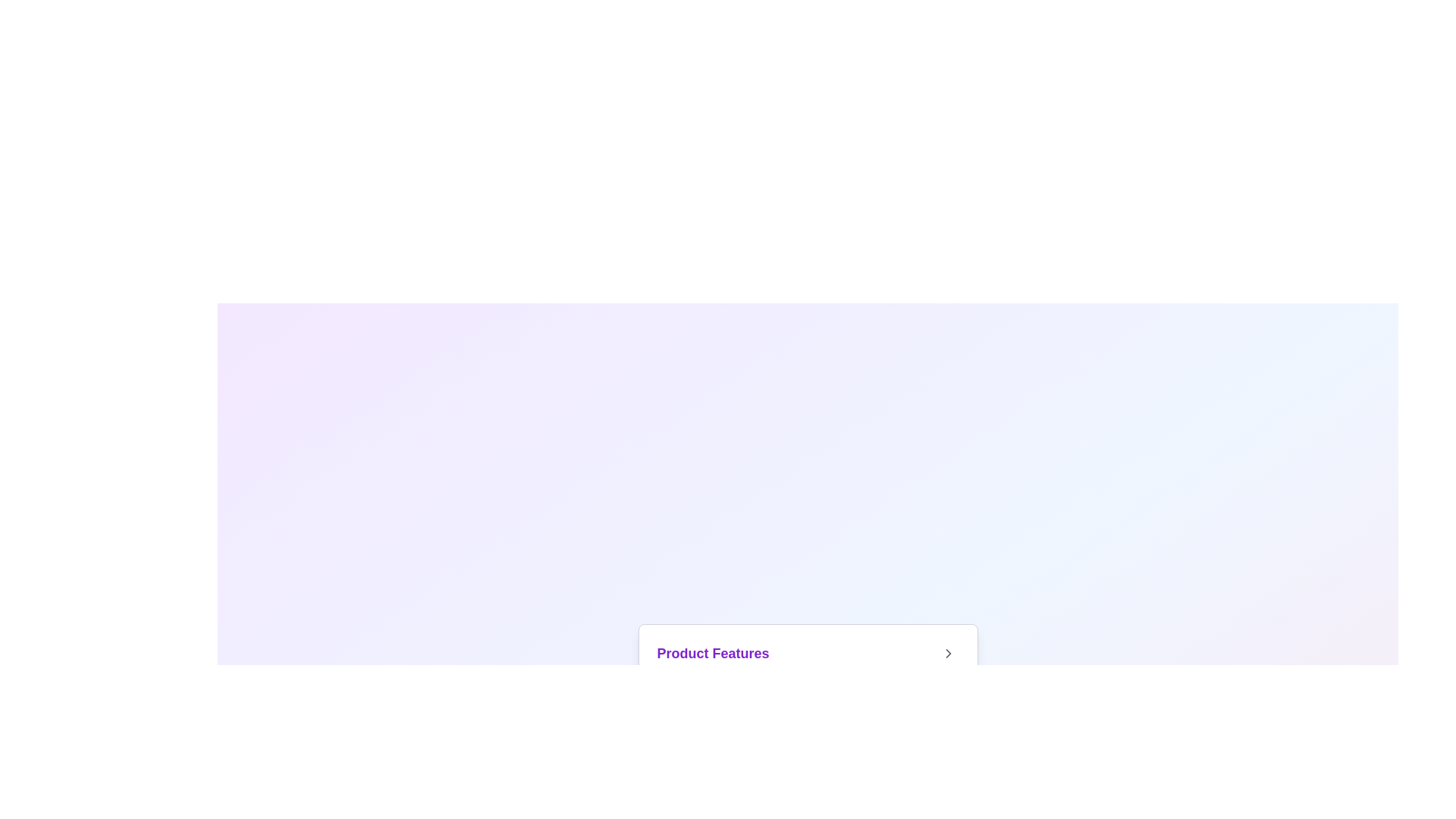 The image size is (1456, 819). Describe the element at coordinates (947, 652) in the screenshot. I see `the black rightward chevron button located to the right of the 'Product Features' text` at that location.